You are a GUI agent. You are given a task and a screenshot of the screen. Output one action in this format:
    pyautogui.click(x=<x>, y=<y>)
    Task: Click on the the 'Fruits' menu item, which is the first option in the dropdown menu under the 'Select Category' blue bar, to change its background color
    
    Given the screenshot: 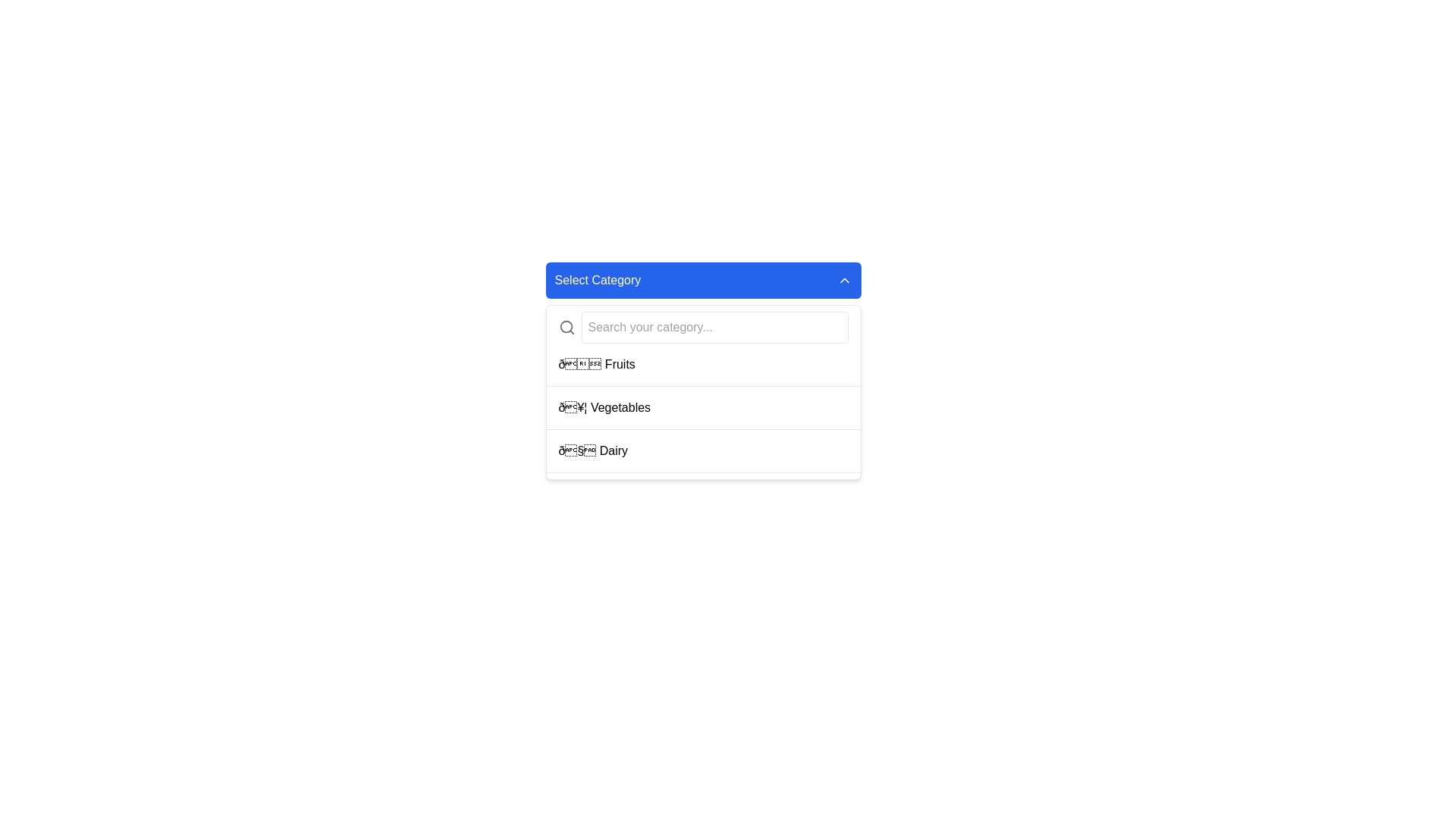 What is the action you would take?
    pyautogui.click(x=702, y=365)
    